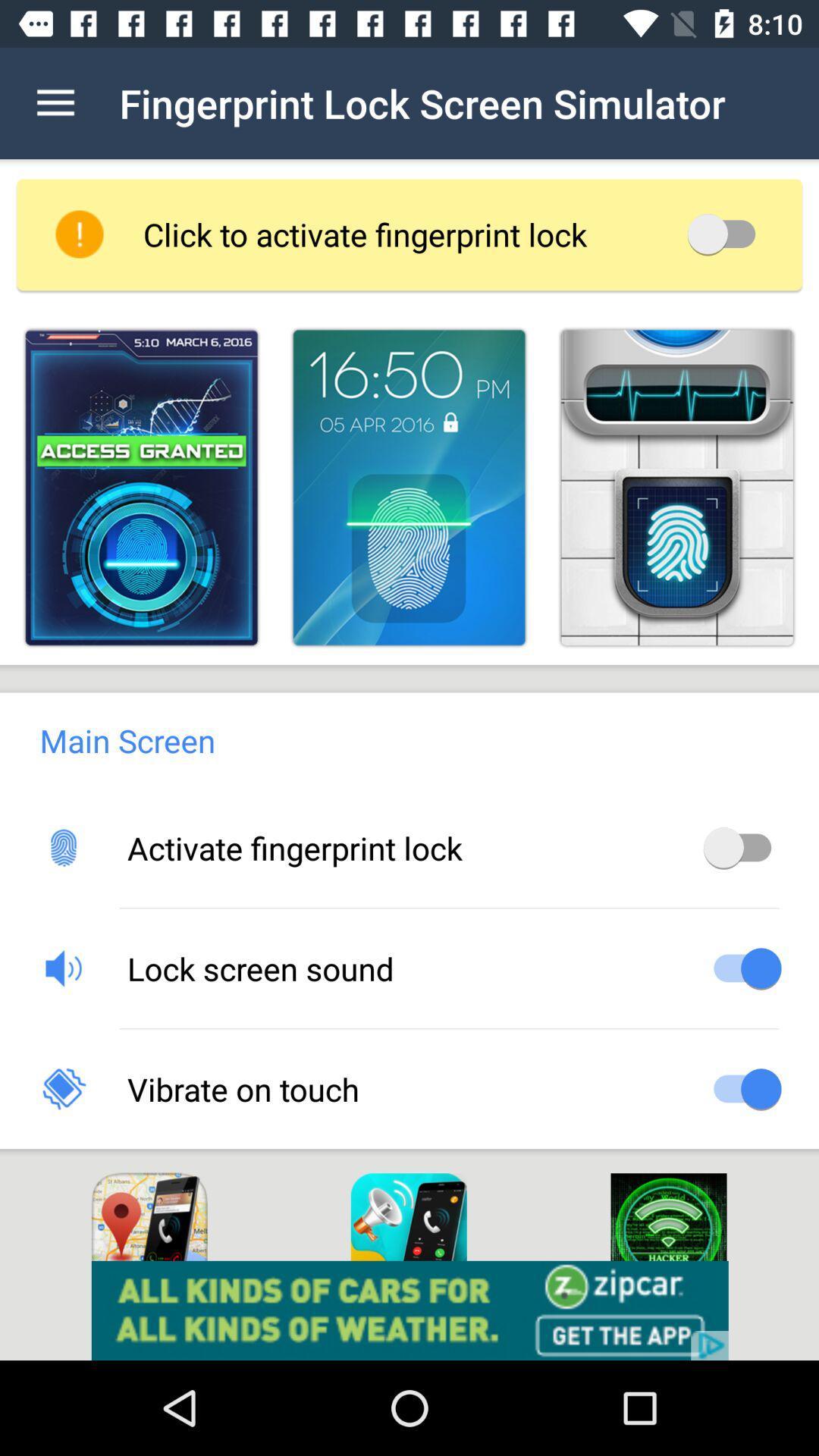 The height and width of the screenshot is (1456, 819). What do you see at coordinates (726, 233) in the screenshot?
I see `lock off/on` at bounding box center [726, 233].